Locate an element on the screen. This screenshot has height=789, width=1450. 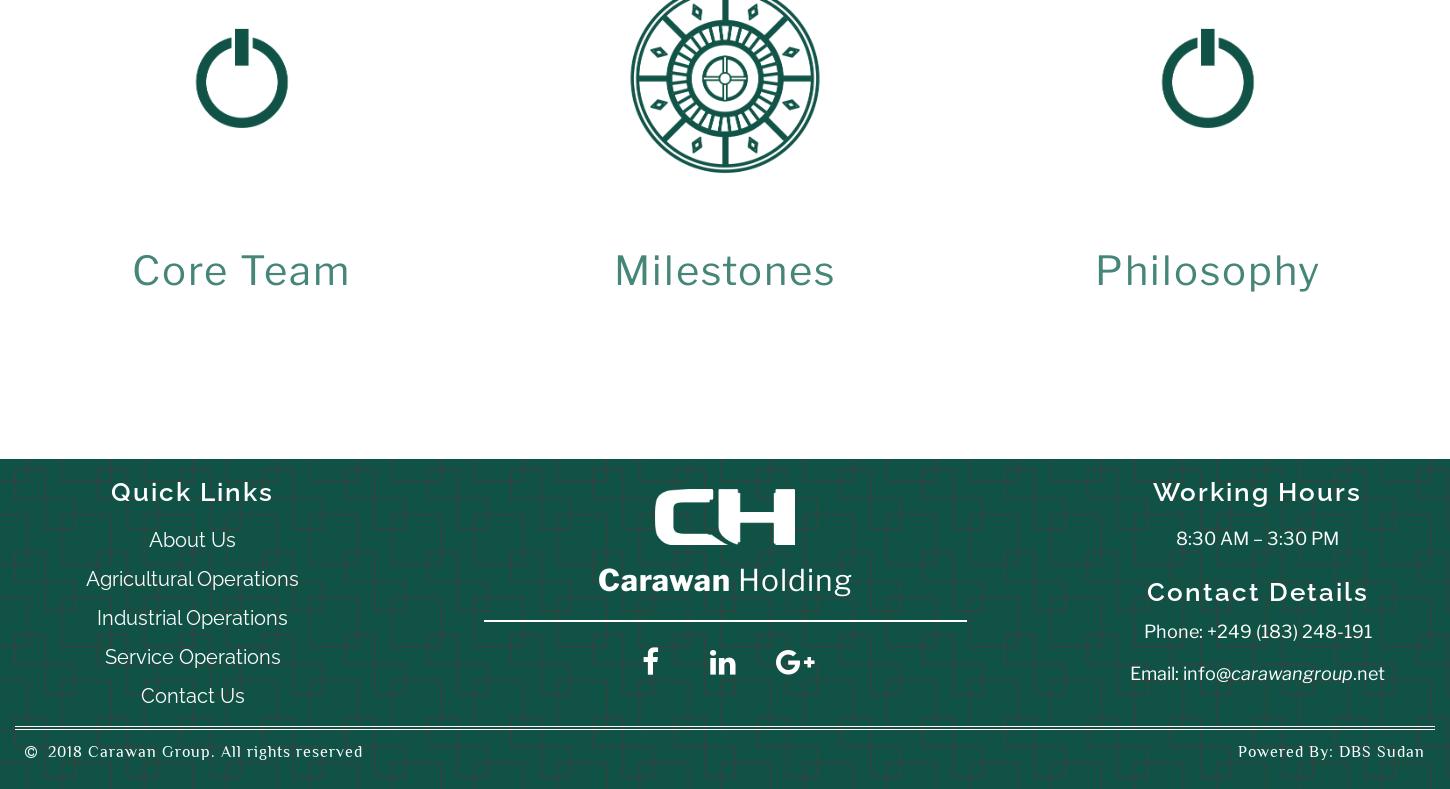
'About Us' is located at coordinates (191, 538).